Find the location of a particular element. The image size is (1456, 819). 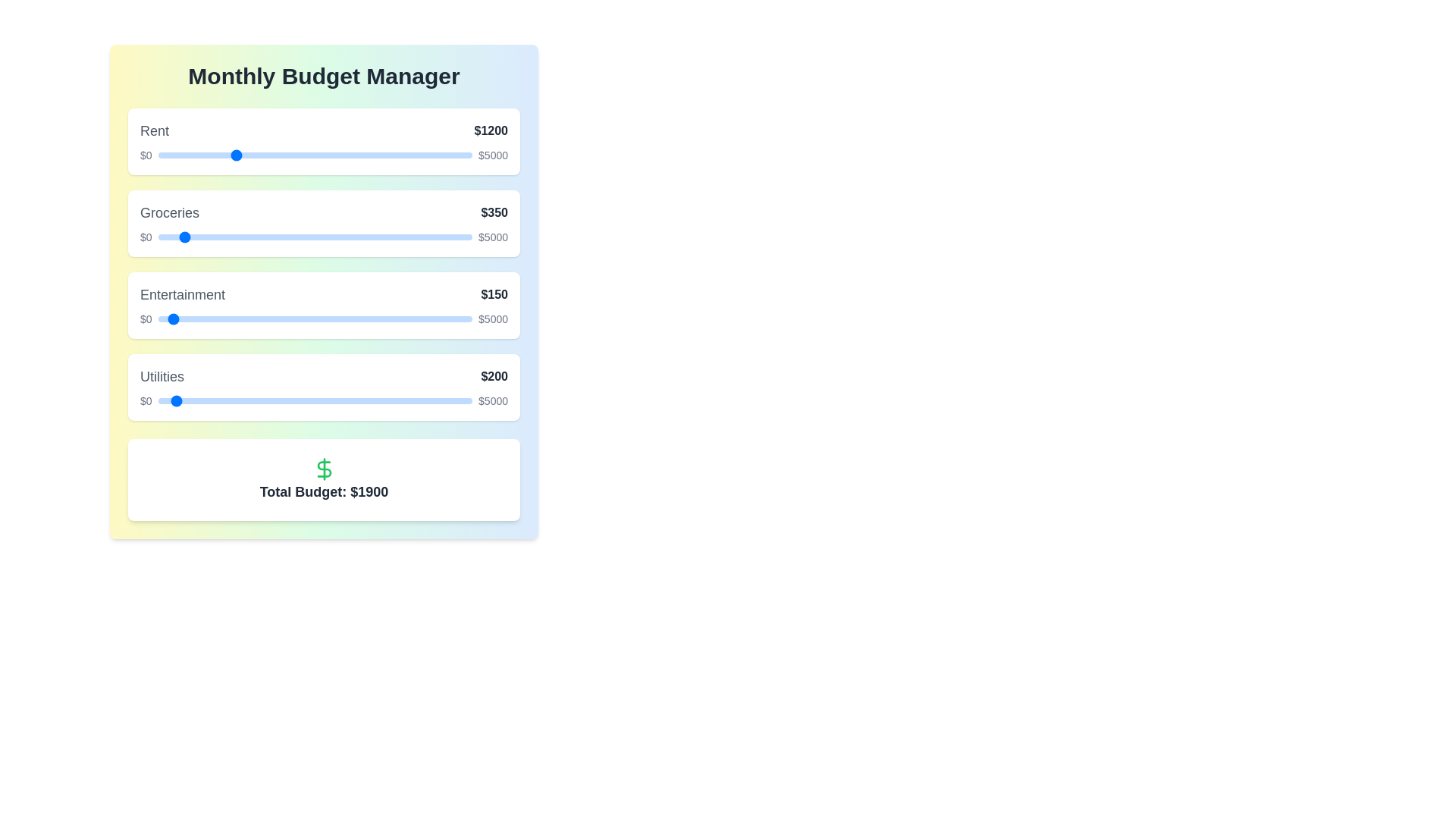

the groceries budget slider is located at coordinates (461, 237).